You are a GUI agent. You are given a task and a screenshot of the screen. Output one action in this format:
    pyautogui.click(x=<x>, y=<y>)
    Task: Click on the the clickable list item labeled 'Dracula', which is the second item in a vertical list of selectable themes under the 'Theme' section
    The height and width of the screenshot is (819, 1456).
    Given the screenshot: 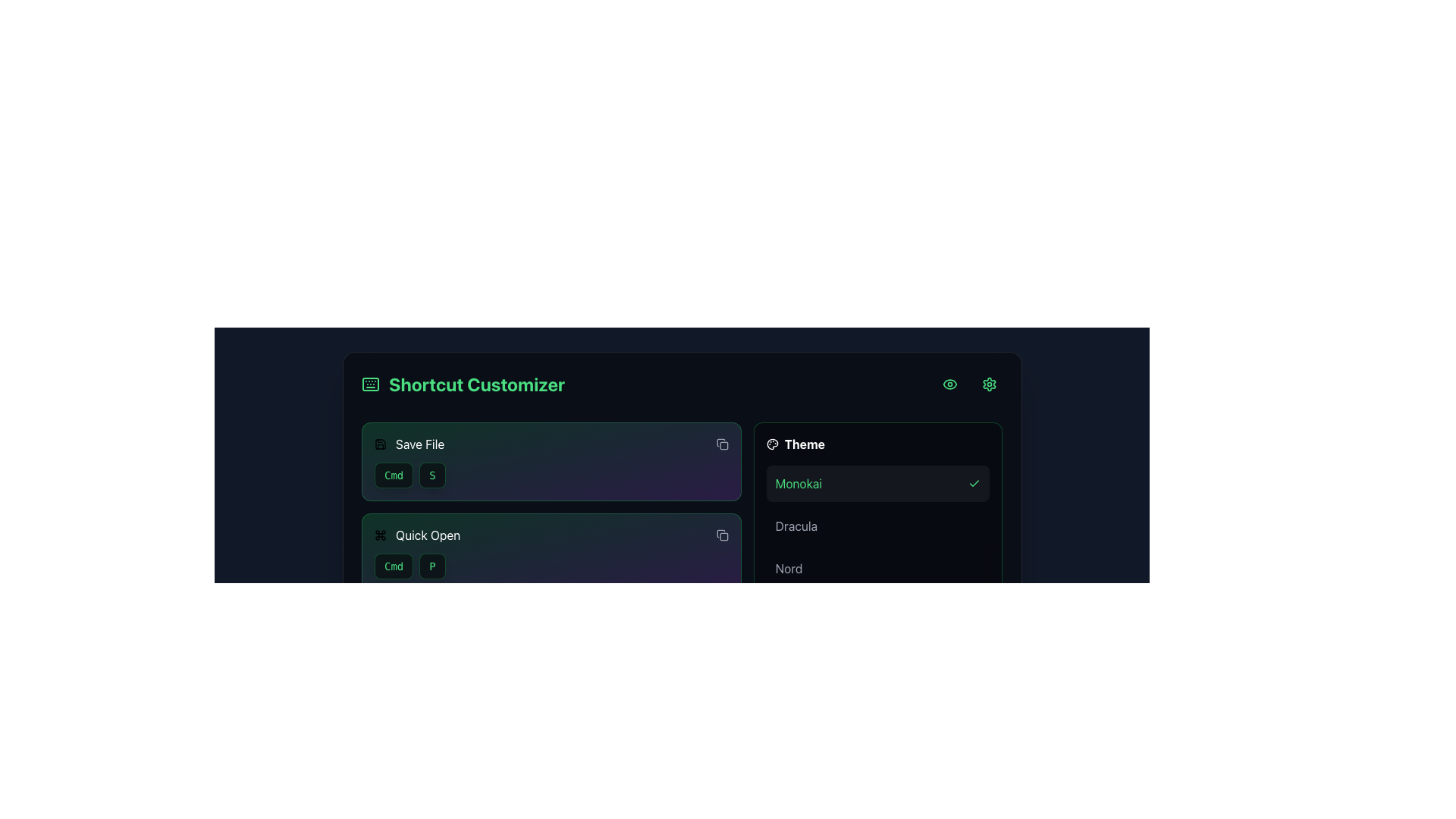 What is the action you would take?
    pyautogui.click(x=877, y=526)
    